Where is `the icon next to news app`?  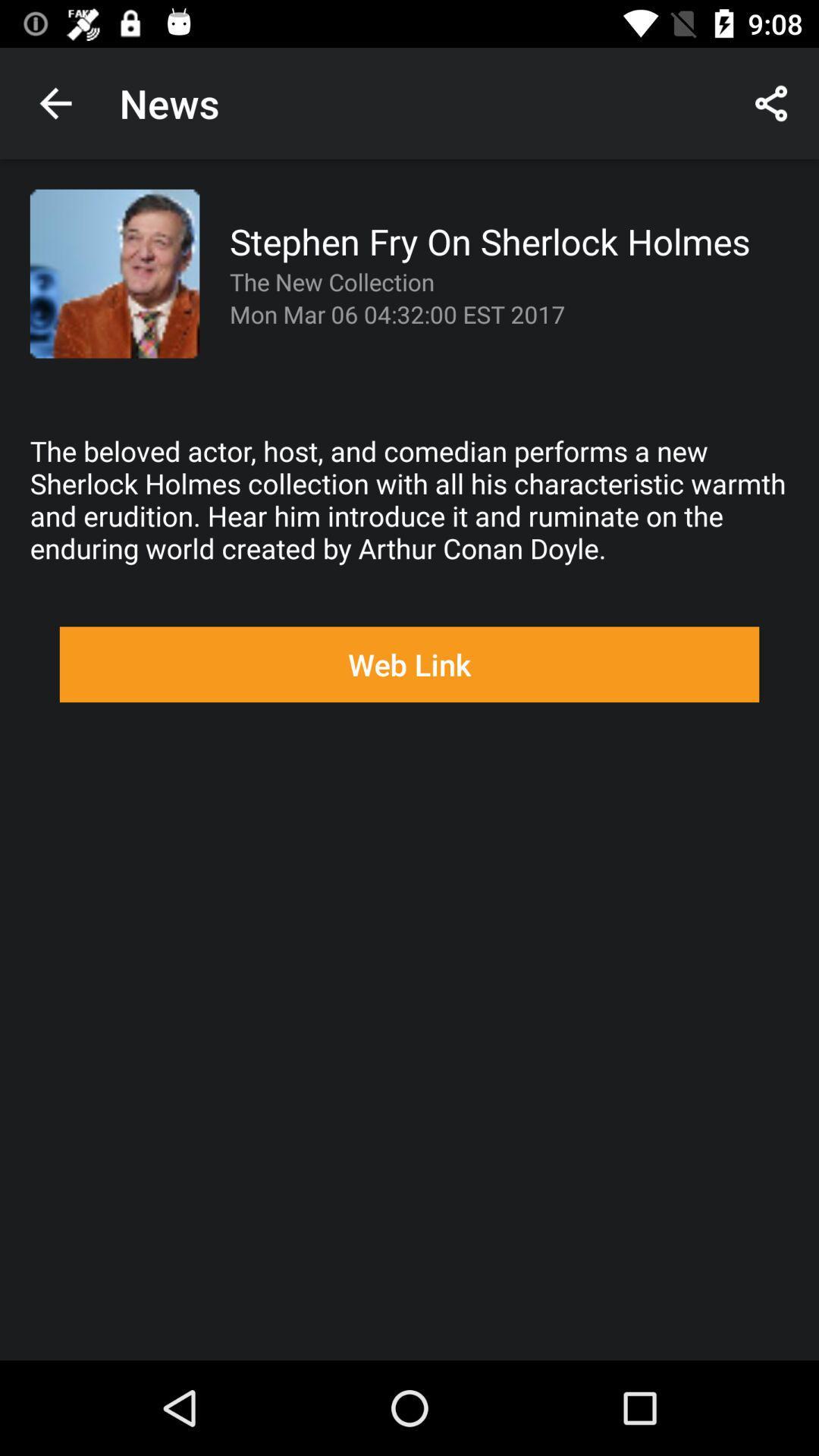 the icon next to news app is located at coordinates (771, 102).